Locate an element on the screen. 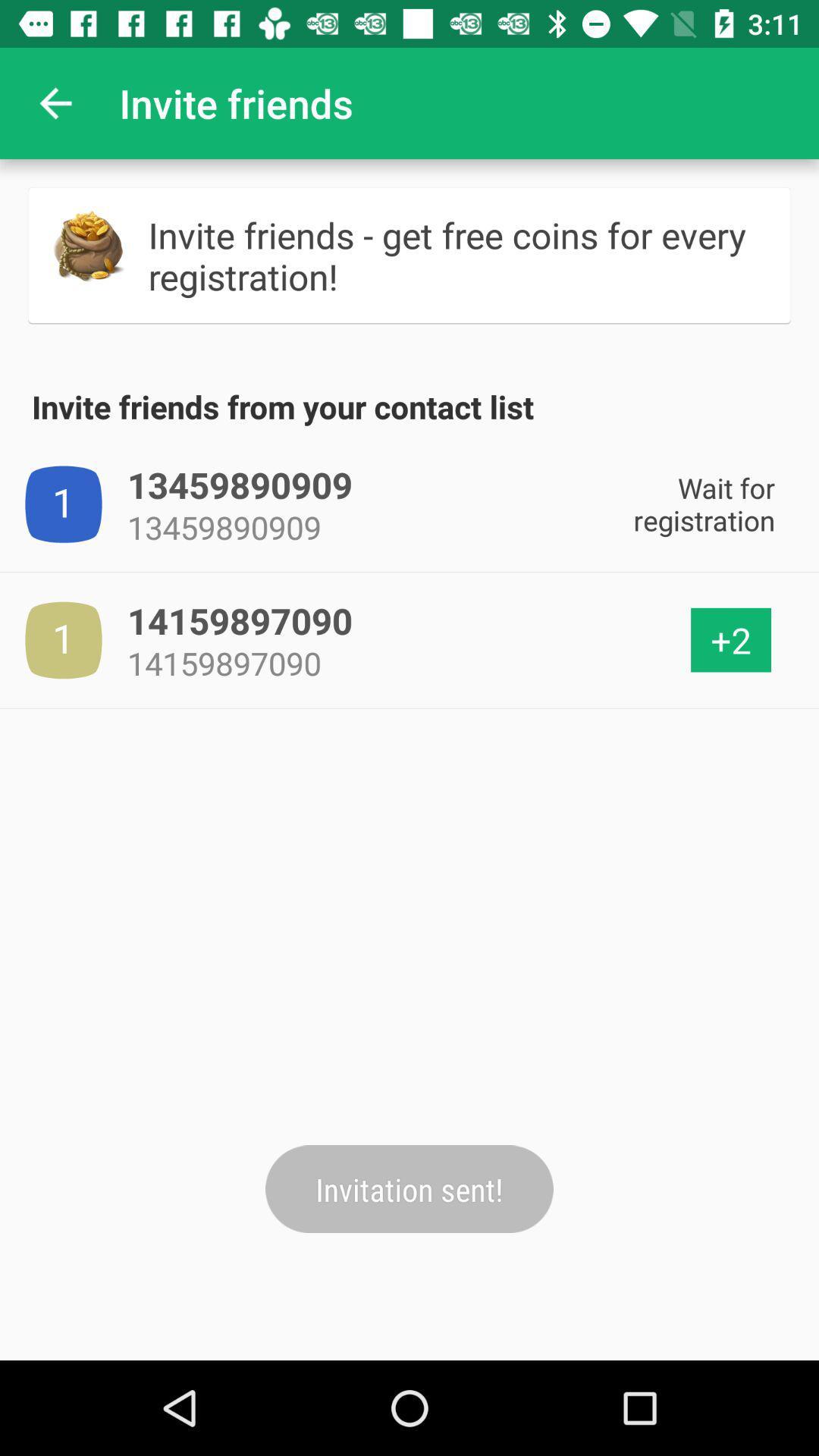 Image resolution: width=819 pixels, height=1456 pixels. the item below wait for is located at coordinates (730, 640).